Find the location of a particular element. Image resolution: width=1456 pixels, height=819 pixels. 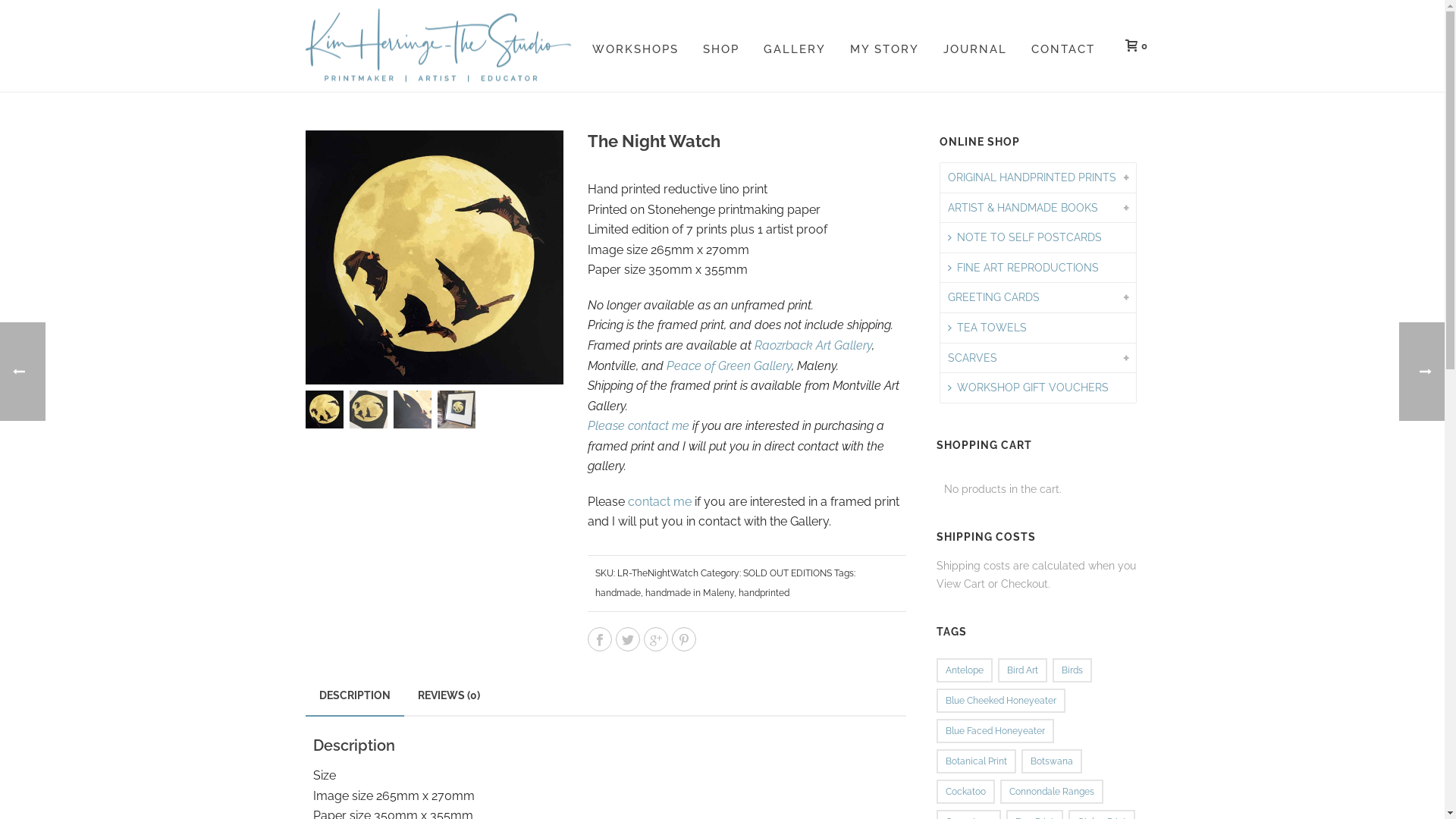

'handmade in Maleny' is located at coordinates (645, 592).